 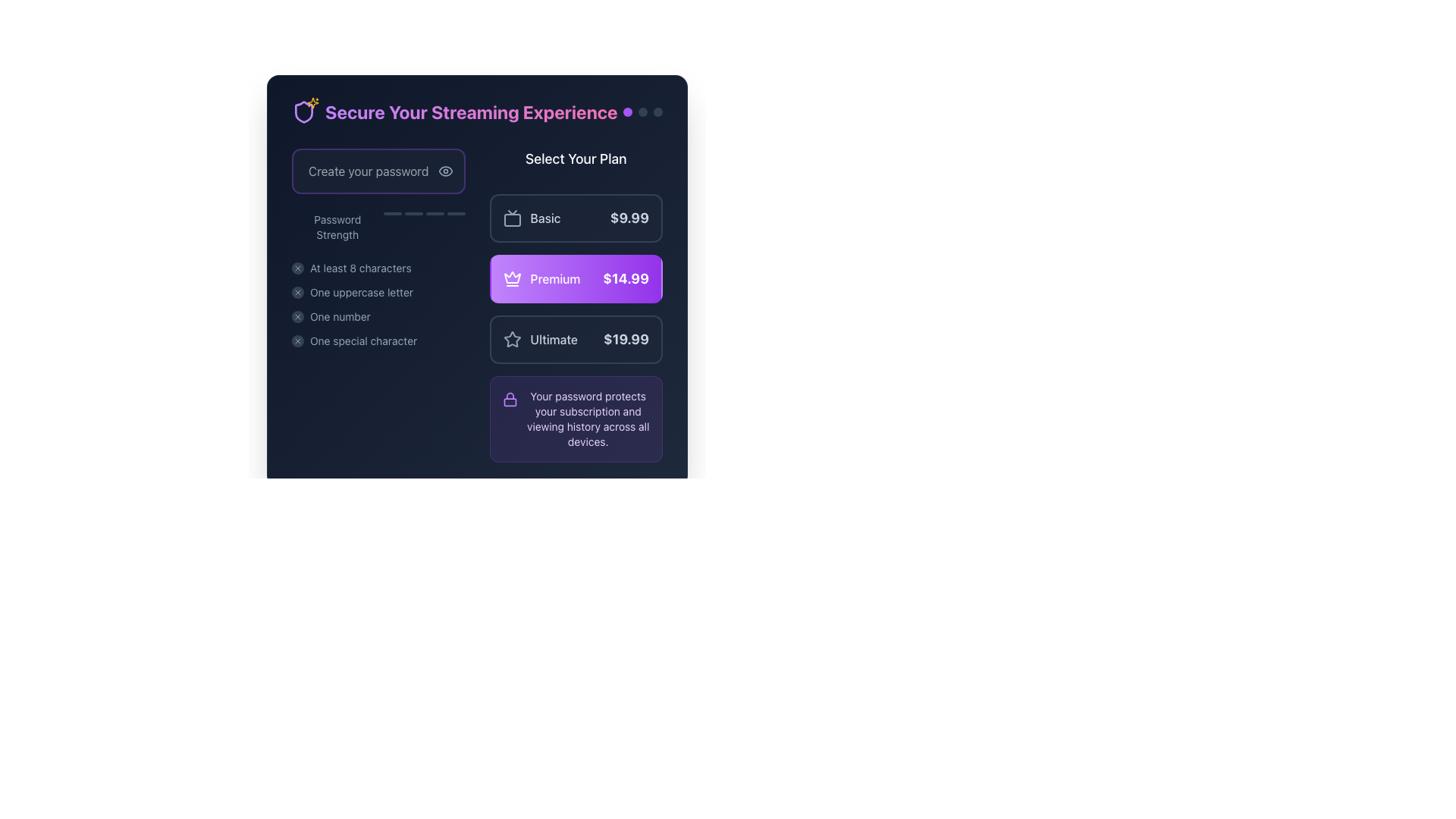 What do you see at coordinates (553, 338) in the screenshot?
I see `the 'Ultimate' pricing plan text label which is located in the pricing plan section, below the 'premium' plan and aligned with a star icon and price label` at bounding box center [553, 338].